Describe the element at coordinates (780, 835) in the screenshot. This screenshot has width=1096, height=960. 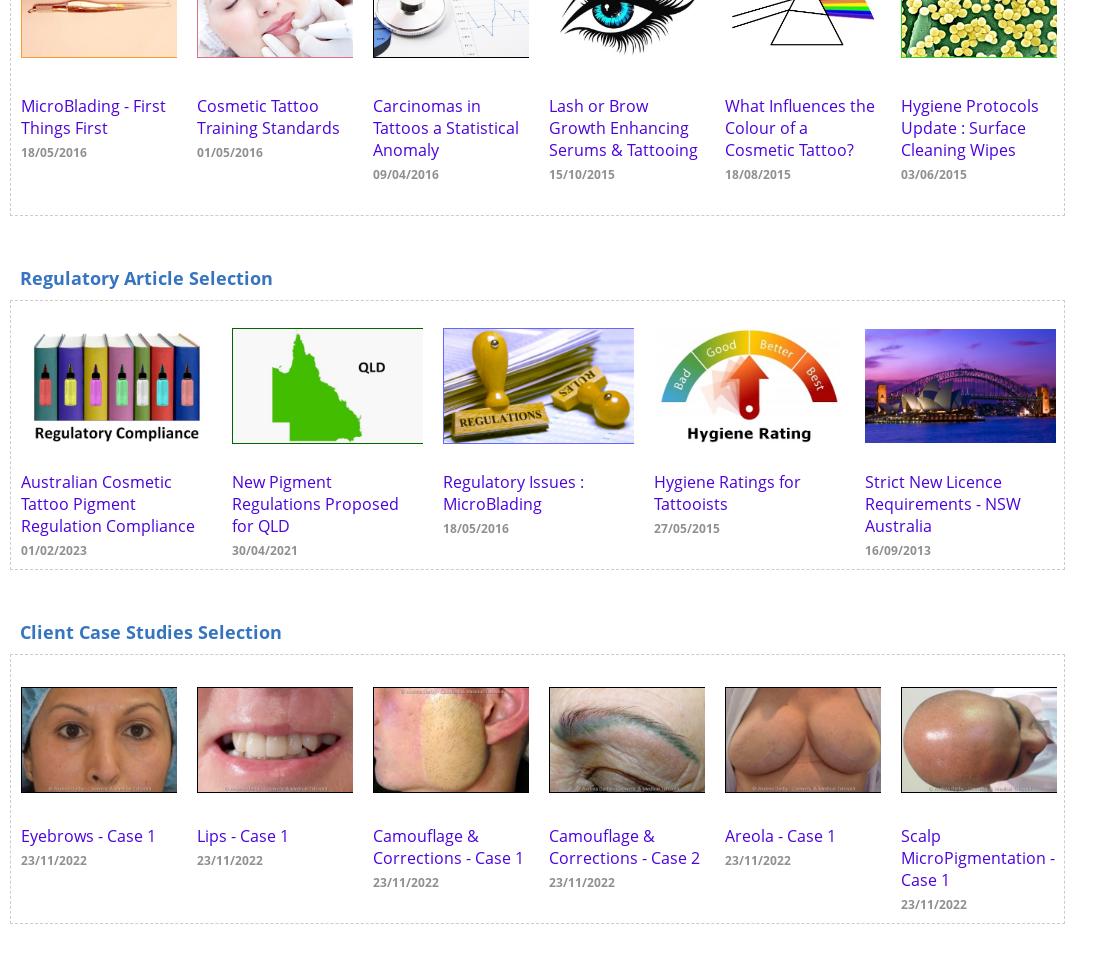
I see `'Areola - Case 1'` at that location.